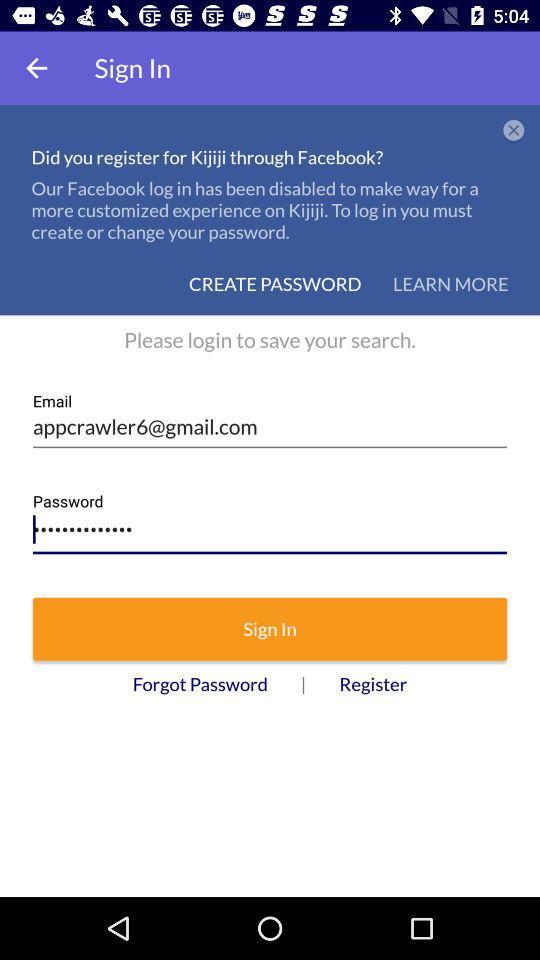 This screenshot has height=960, width=540. Describe the element at coordinates (270, 419) in the screenshot. I see `appcrawler6@gmail.com` at that location.